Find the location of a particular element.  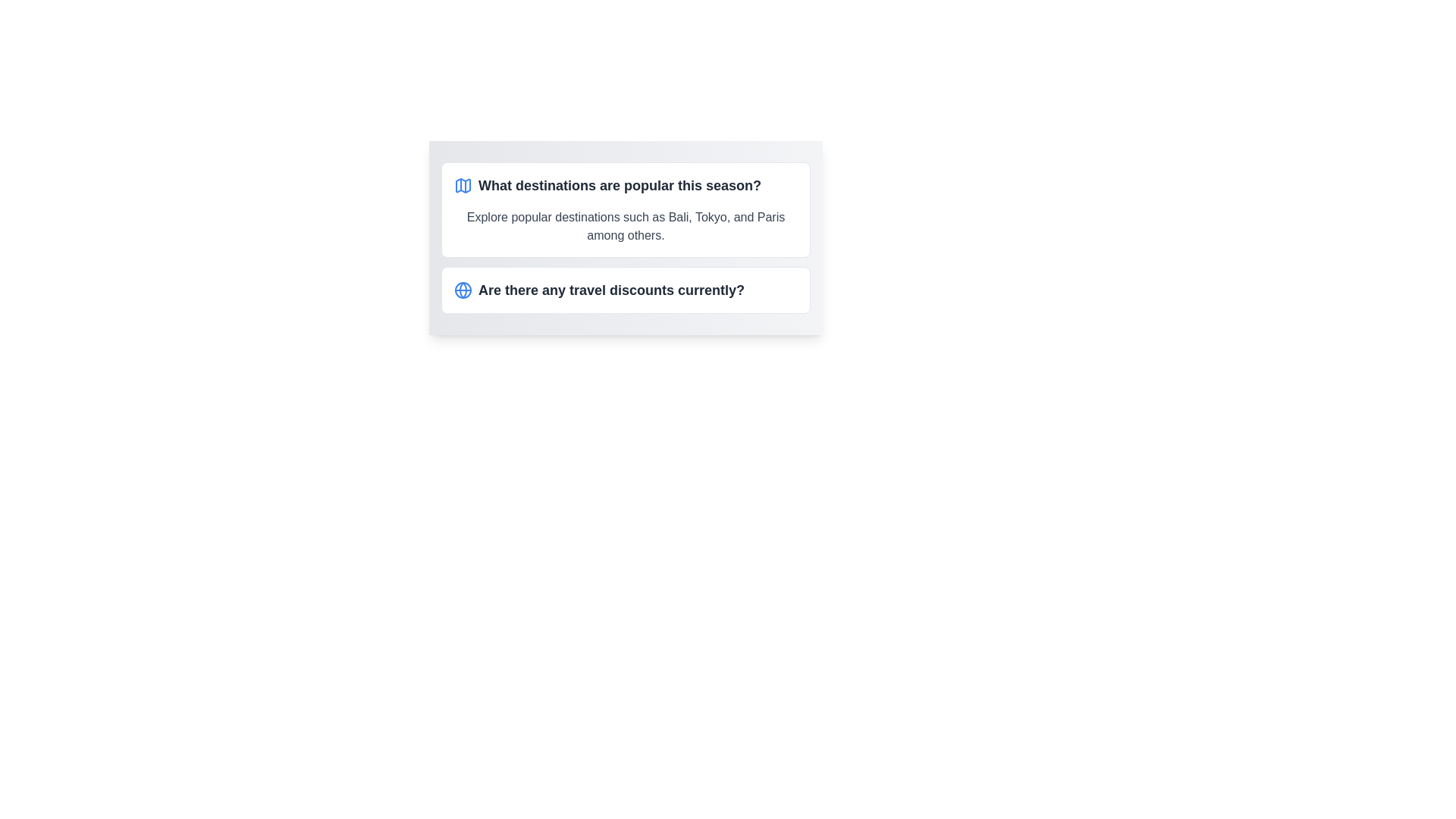

the blue map icon that appears to the left of the text 'What destinations are popular this season?' is located at coordinates (462, 185).